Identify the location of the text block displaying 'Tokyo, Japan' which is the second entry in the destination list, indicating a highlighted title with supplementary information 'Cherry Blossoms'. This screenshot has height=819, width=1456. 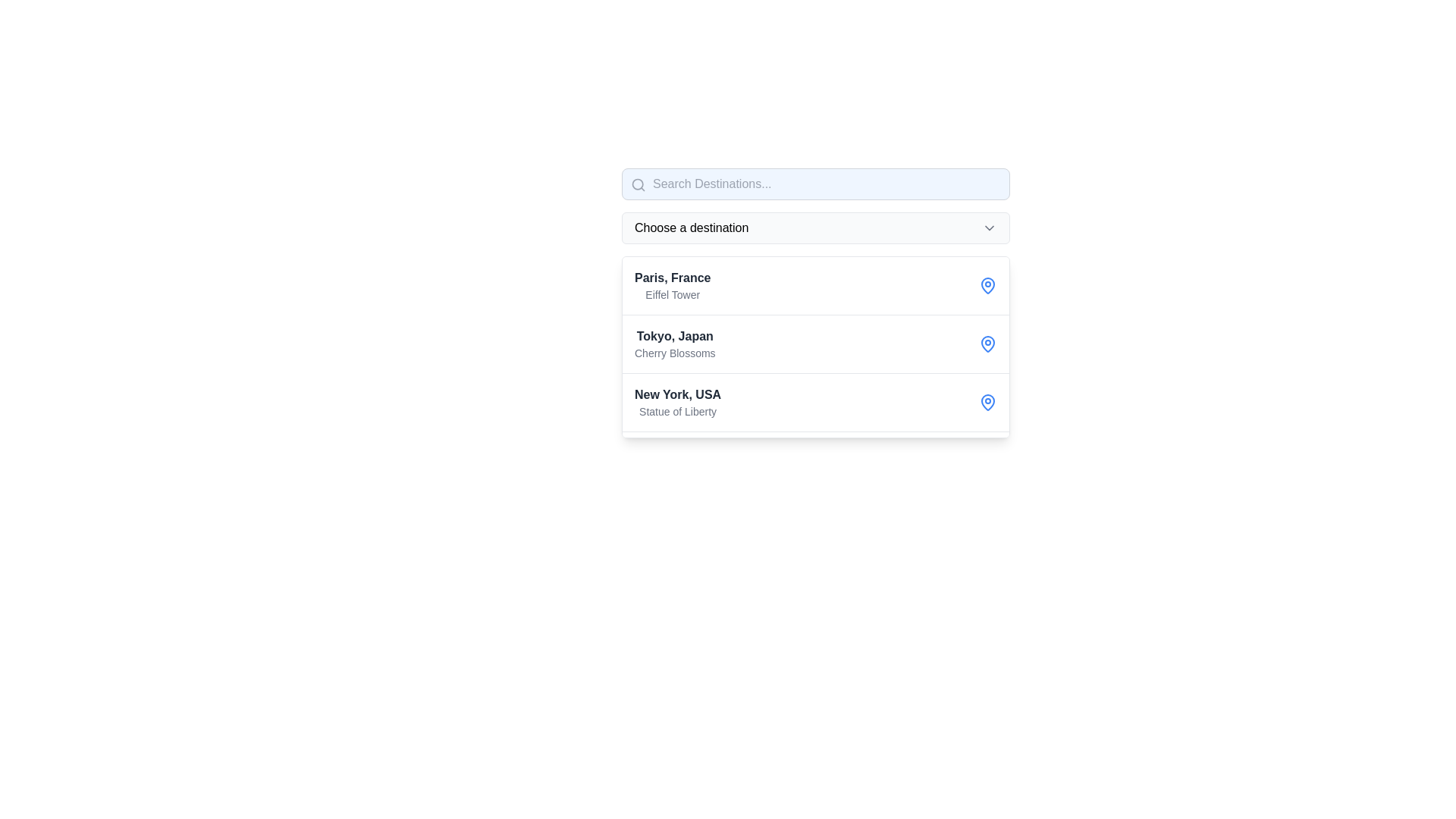
(674, 344).